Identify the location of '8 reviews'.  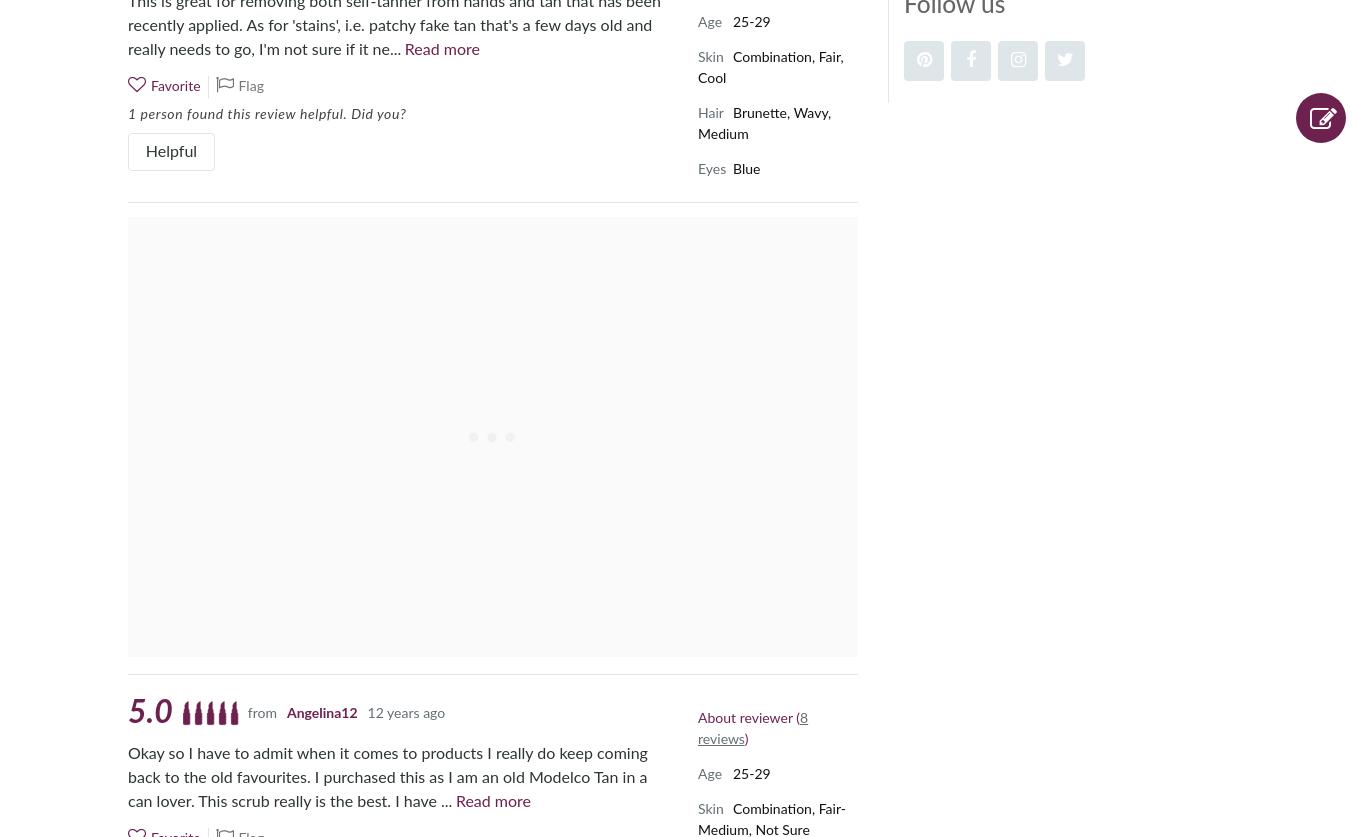
(752, 727).